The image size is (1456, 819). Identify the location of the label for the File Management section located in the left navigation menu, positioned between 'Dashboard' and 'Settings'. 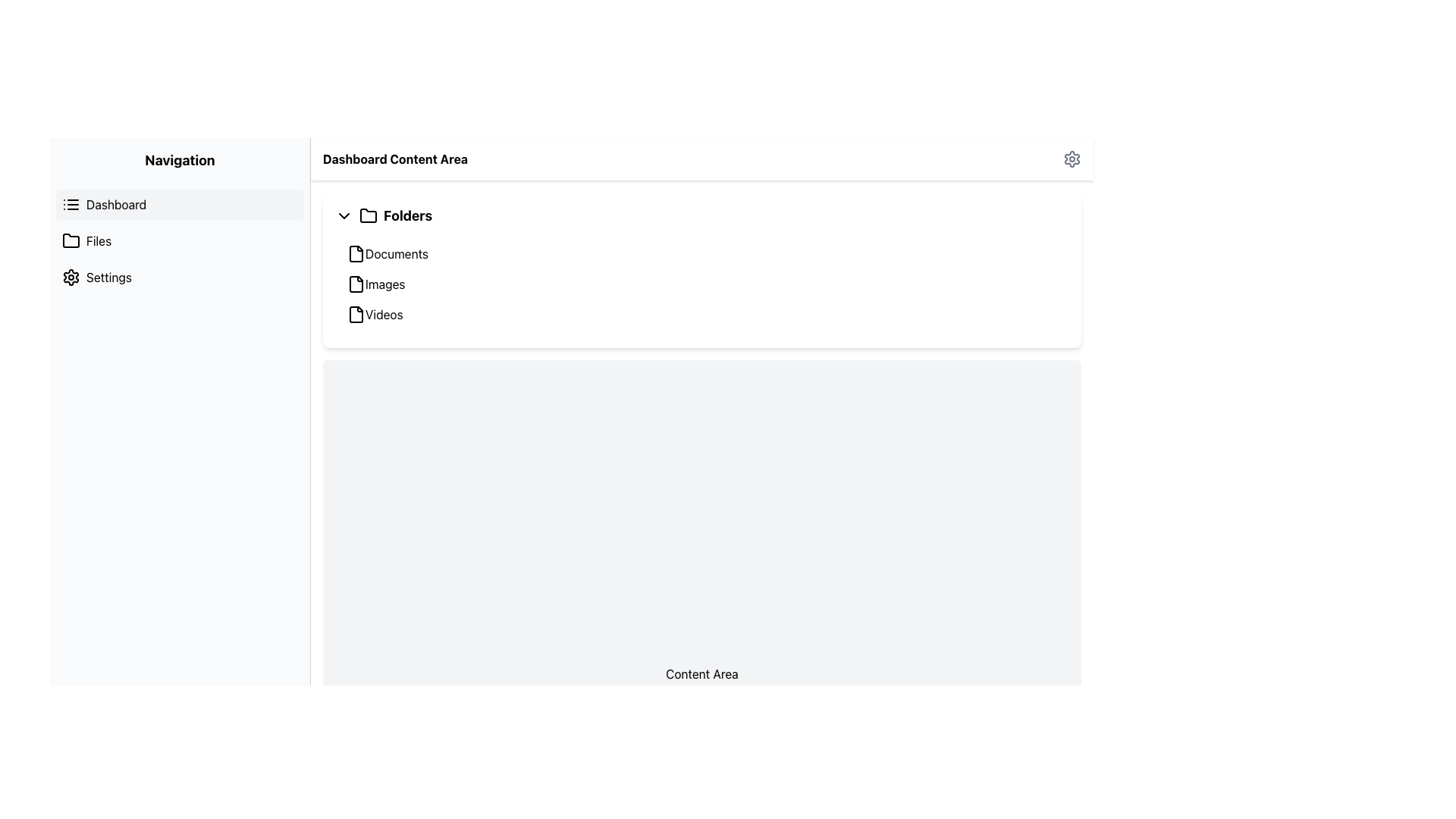
(98, 240).